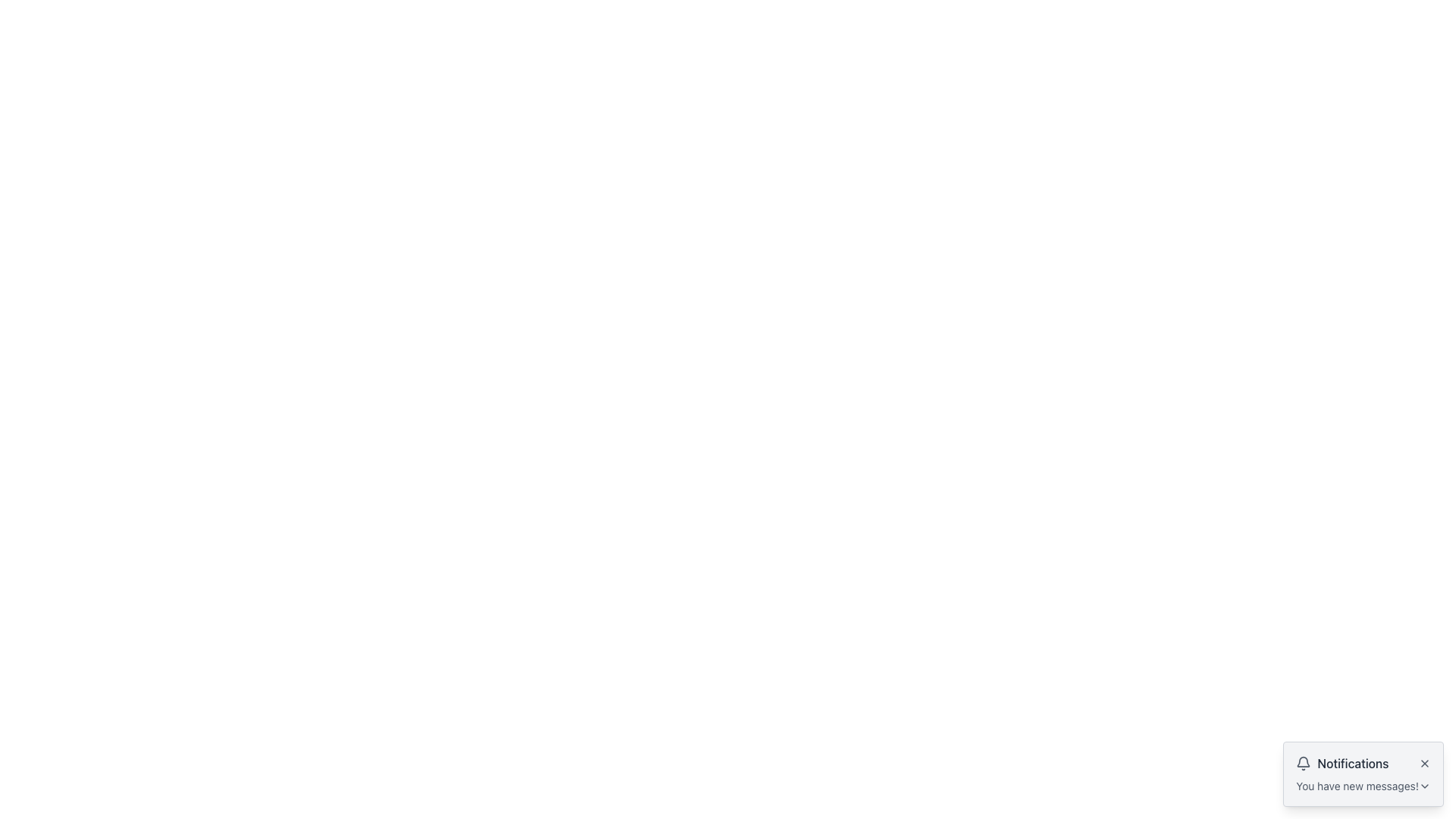 Image resolution: width=1456 pixels, height=819 pixels. I want to click on the small circular 'X' button in the notification panel header, so click(1423, 763).